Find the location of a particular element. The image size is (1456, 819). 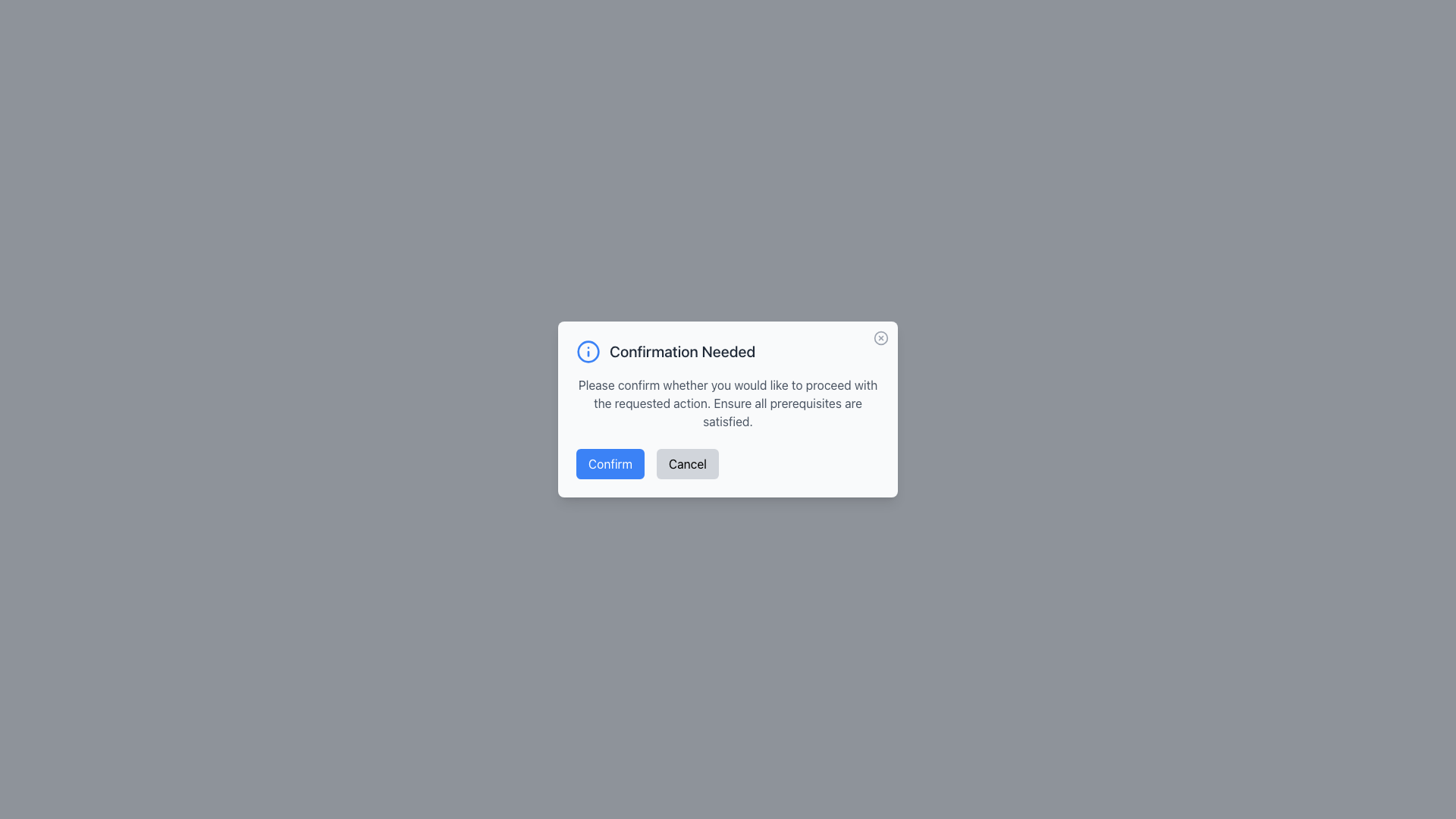

text displayed in the text label that says 'Confirmation Needed', which is styled with a medium-heavy font weight and positioned at the top center of the dialog box is located at coordinates (682, 351).